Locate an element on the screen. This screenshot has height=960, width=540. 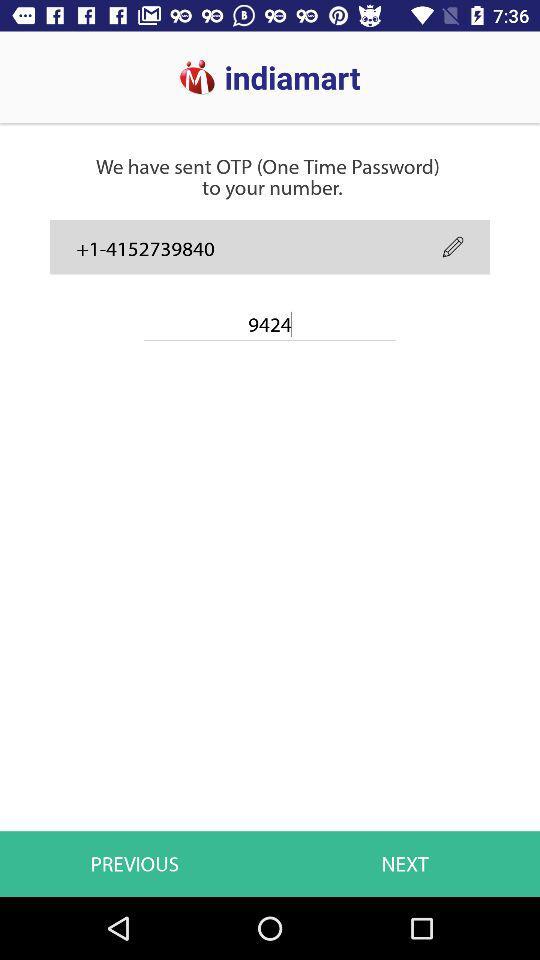
the text above phone number is located at coordinates (268, 140).